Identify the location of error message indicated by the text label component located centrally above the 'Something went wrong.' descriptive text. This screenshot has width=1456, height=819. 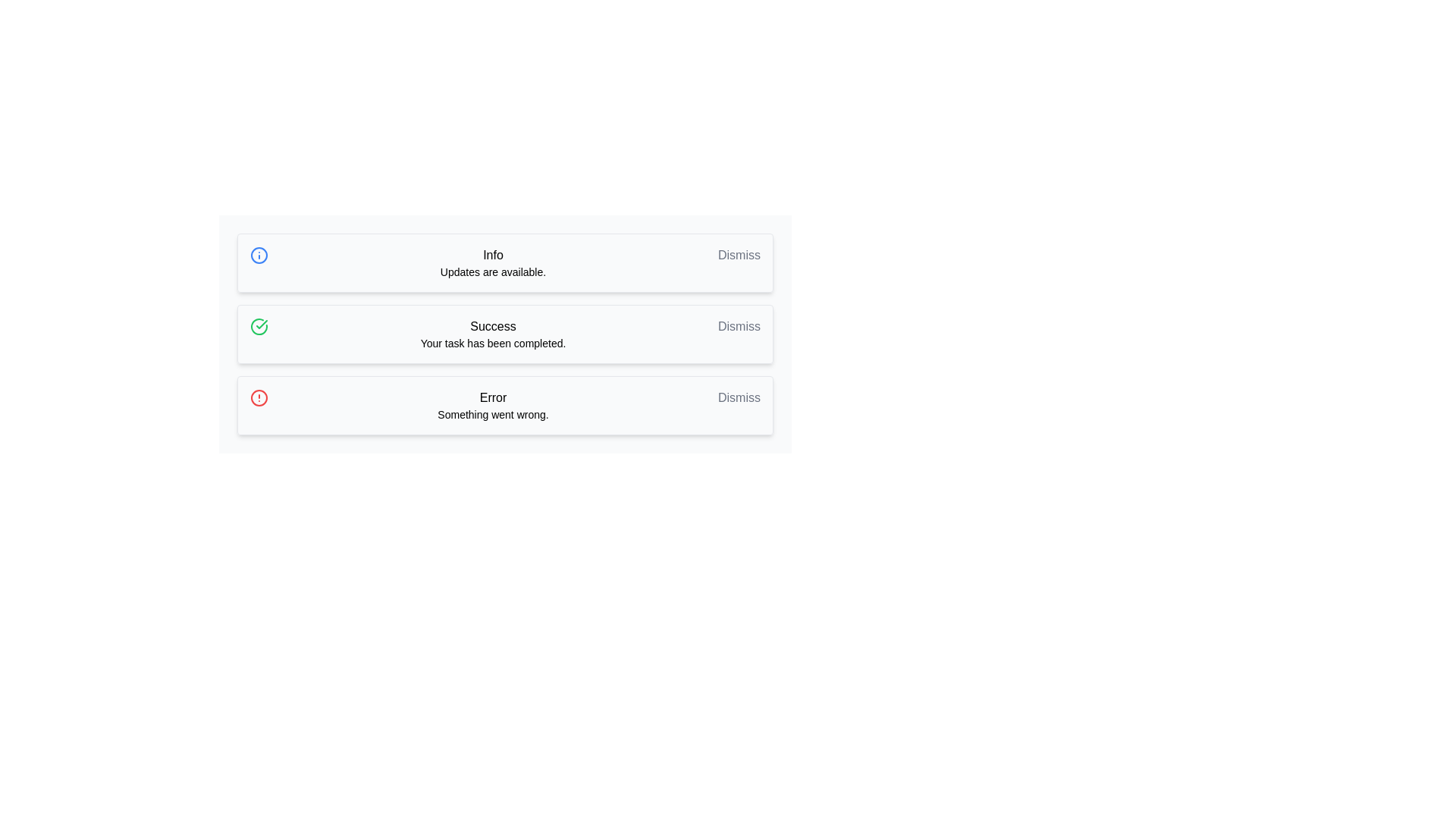
(493, 397).